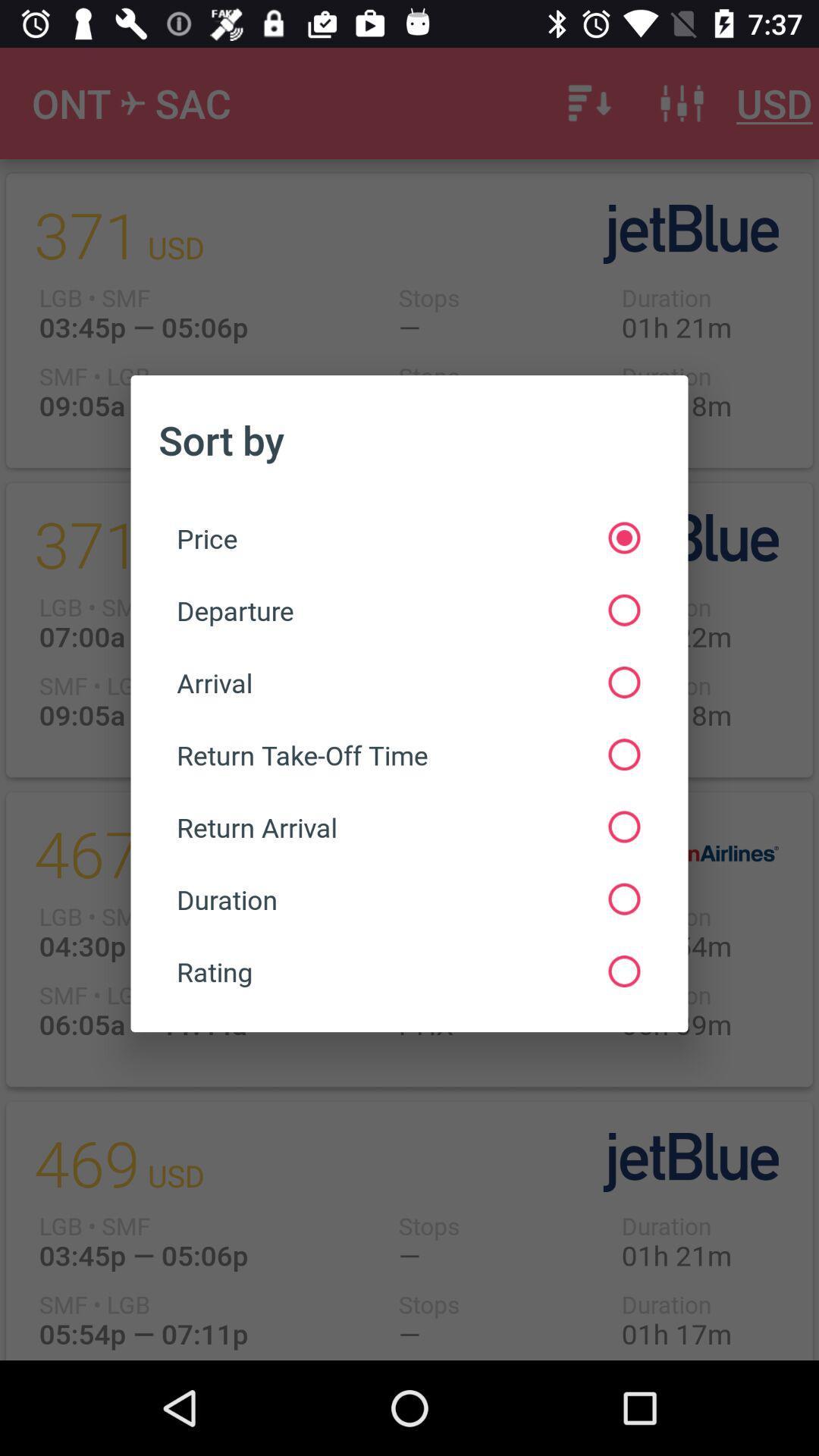  Describe the element at coordinates (407, 755) in the screenshot. I see `the icon above return arrival icon` at that location.